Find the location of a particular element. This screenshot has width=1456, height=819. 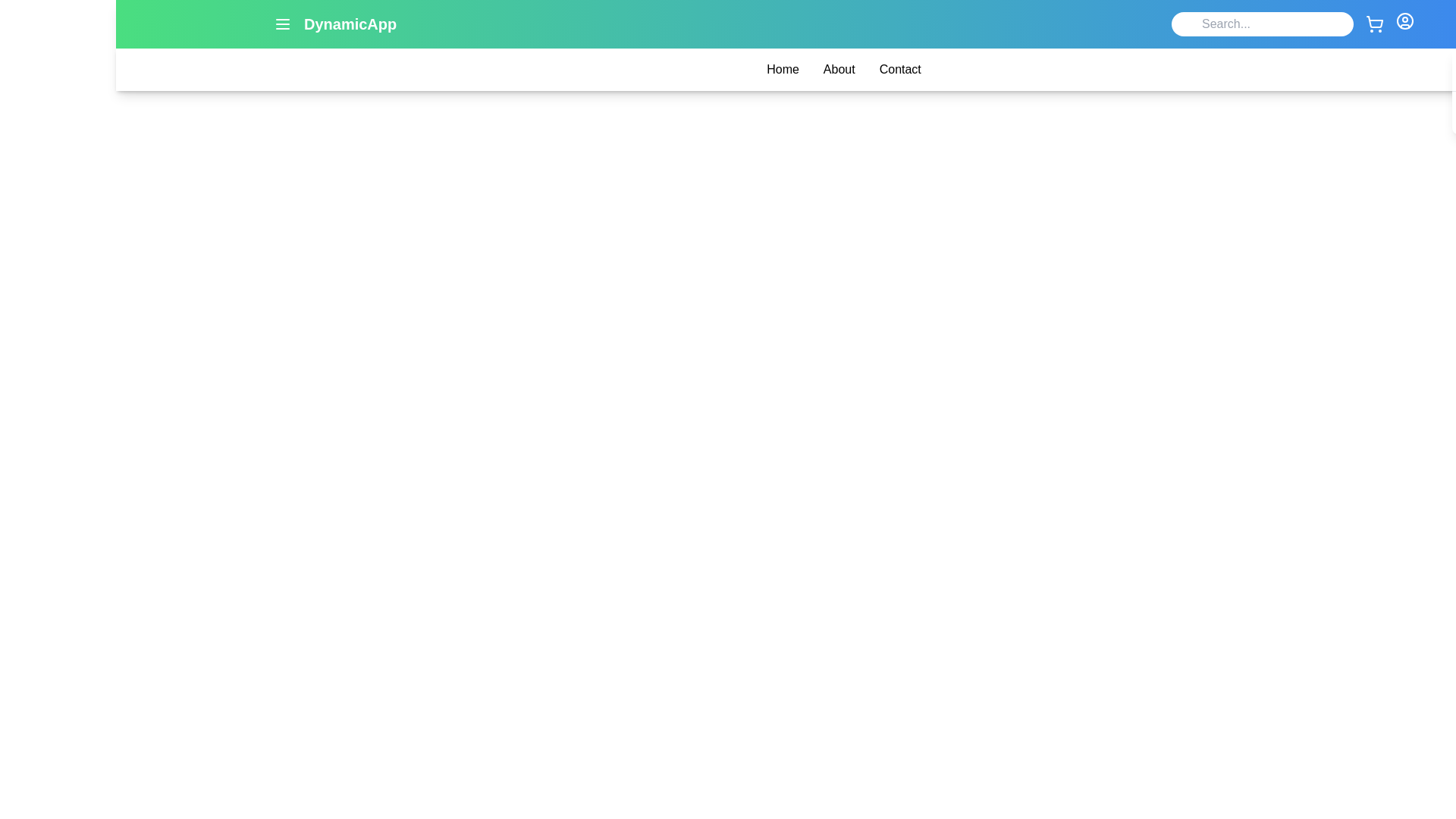

the shopping cart icon to toggle its visibility is located at coordinates (1375, 24).